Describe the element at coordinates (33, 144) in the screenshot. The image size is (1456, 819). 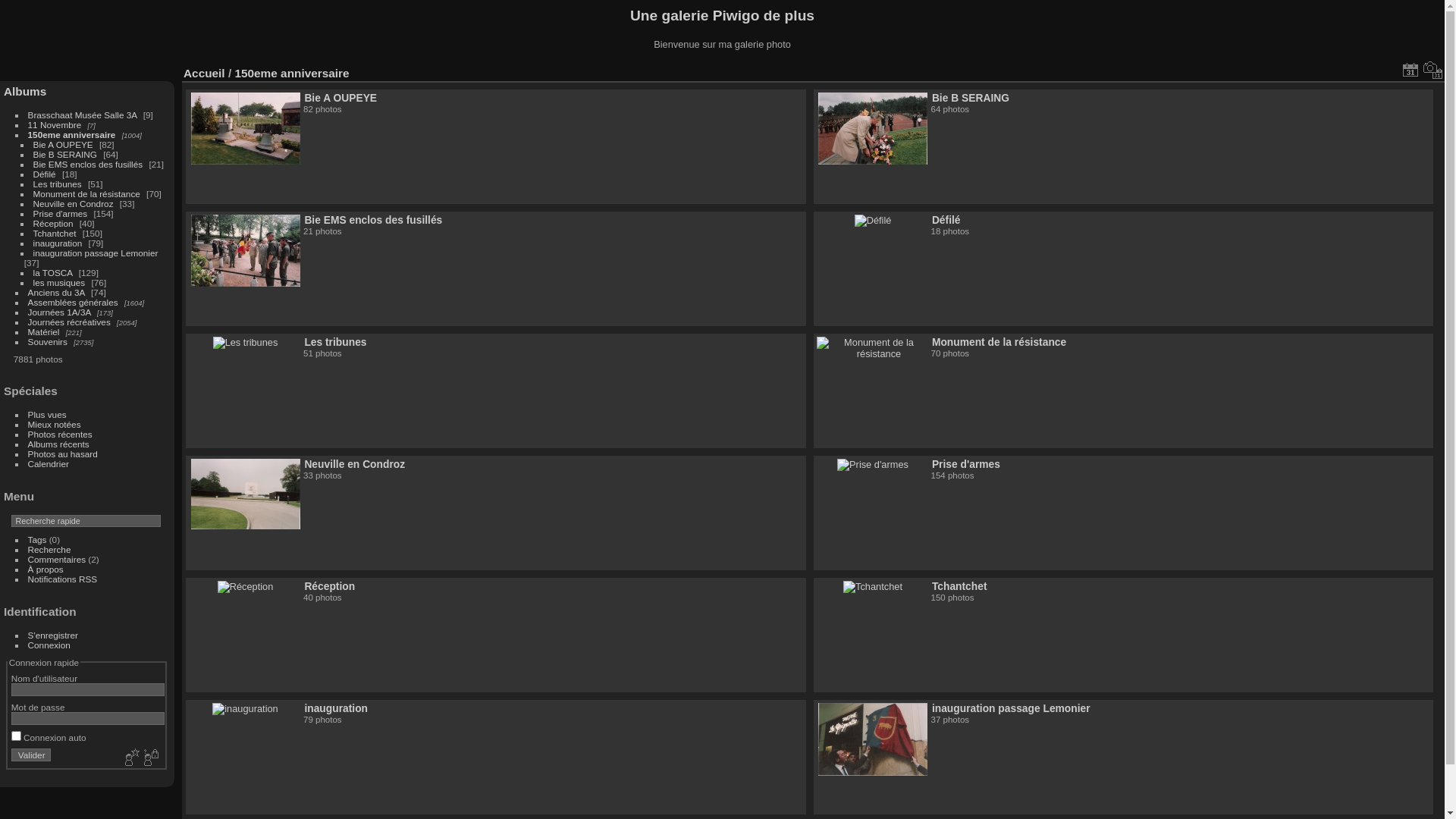
I see `'Bie A OUPEYE'` at that location.